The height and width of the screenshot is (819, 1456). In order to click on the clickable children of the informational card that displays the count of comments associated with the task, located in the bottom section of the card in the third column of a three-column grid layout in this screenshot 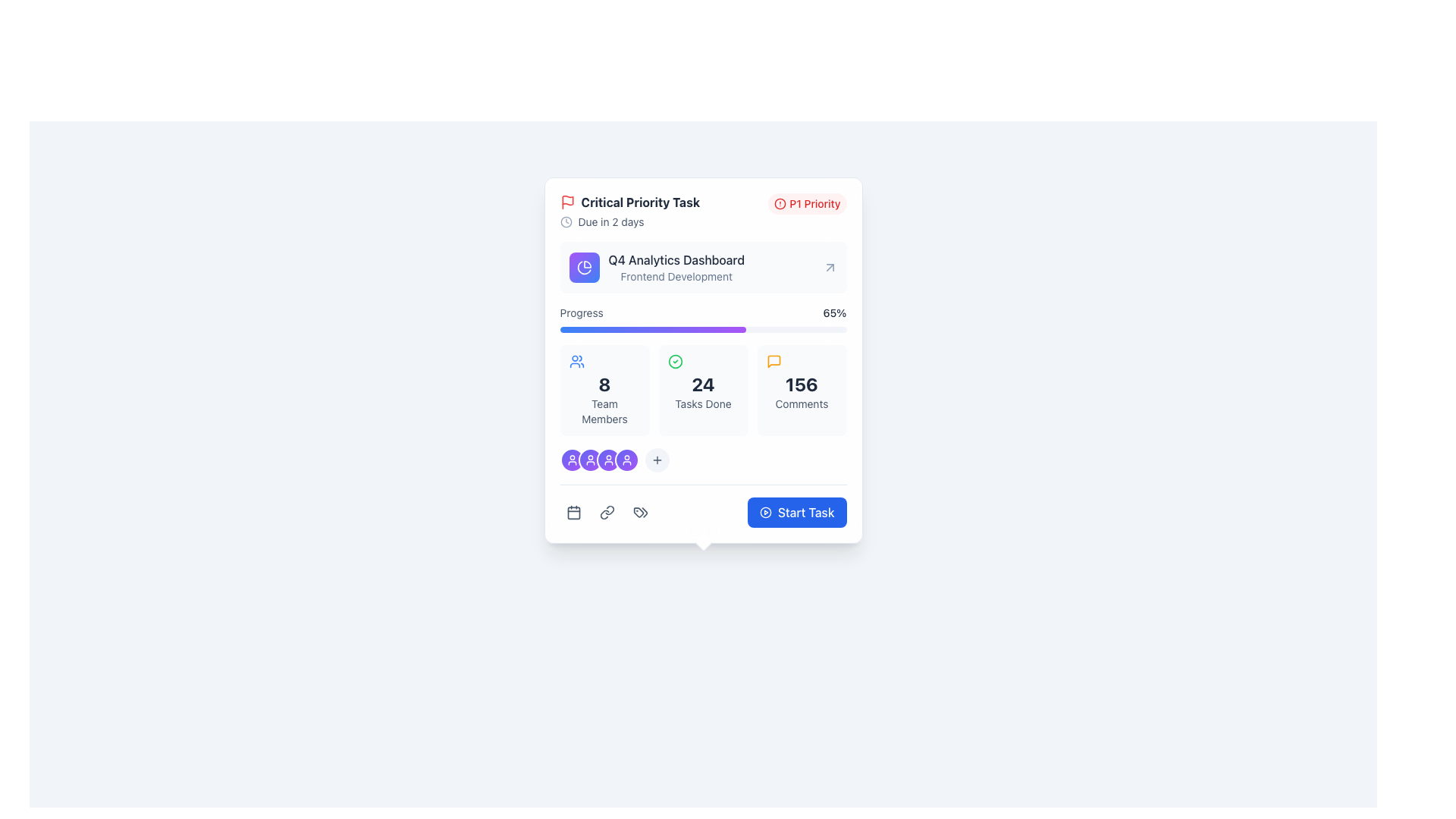, I will do `click(801, 390)`.